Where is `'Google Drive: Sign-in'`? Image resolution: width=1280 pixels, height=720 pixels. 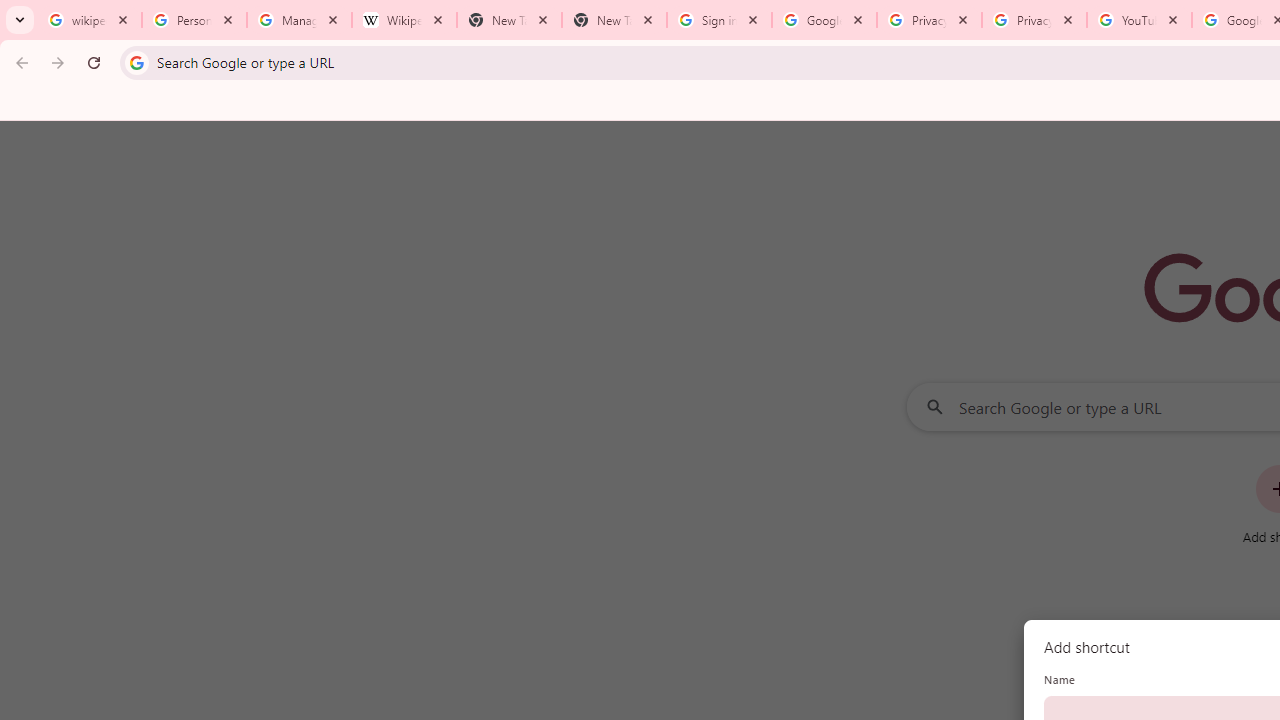
'Google Drive: Sign-in' is located at coordinates (824, 20).